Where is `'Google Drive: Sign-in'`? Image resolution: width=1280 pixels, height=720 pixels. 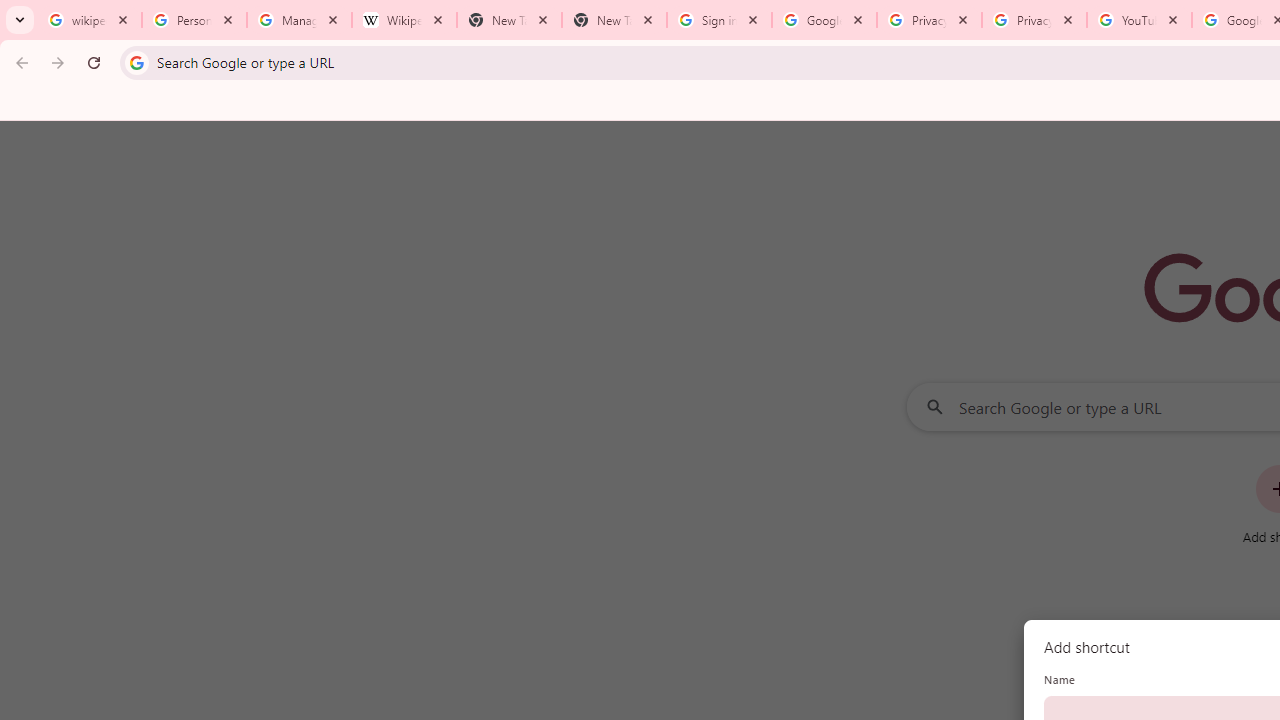
'Google Drive: Sign-in' is located at coordinates (824, 20).